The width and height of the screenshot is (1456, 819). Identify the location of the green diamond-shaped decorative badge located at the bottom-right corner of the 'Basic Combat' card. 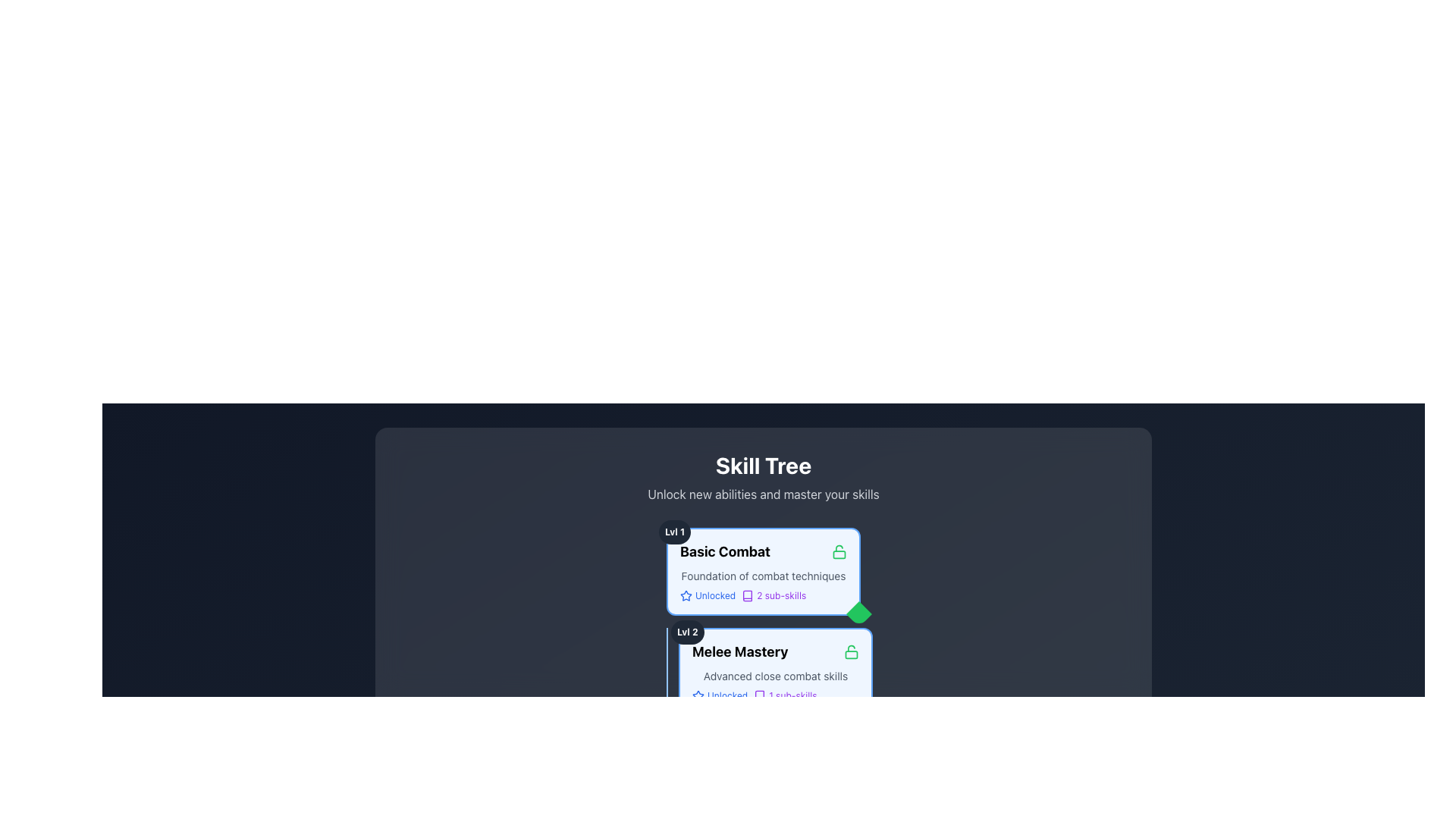
(858, 614).